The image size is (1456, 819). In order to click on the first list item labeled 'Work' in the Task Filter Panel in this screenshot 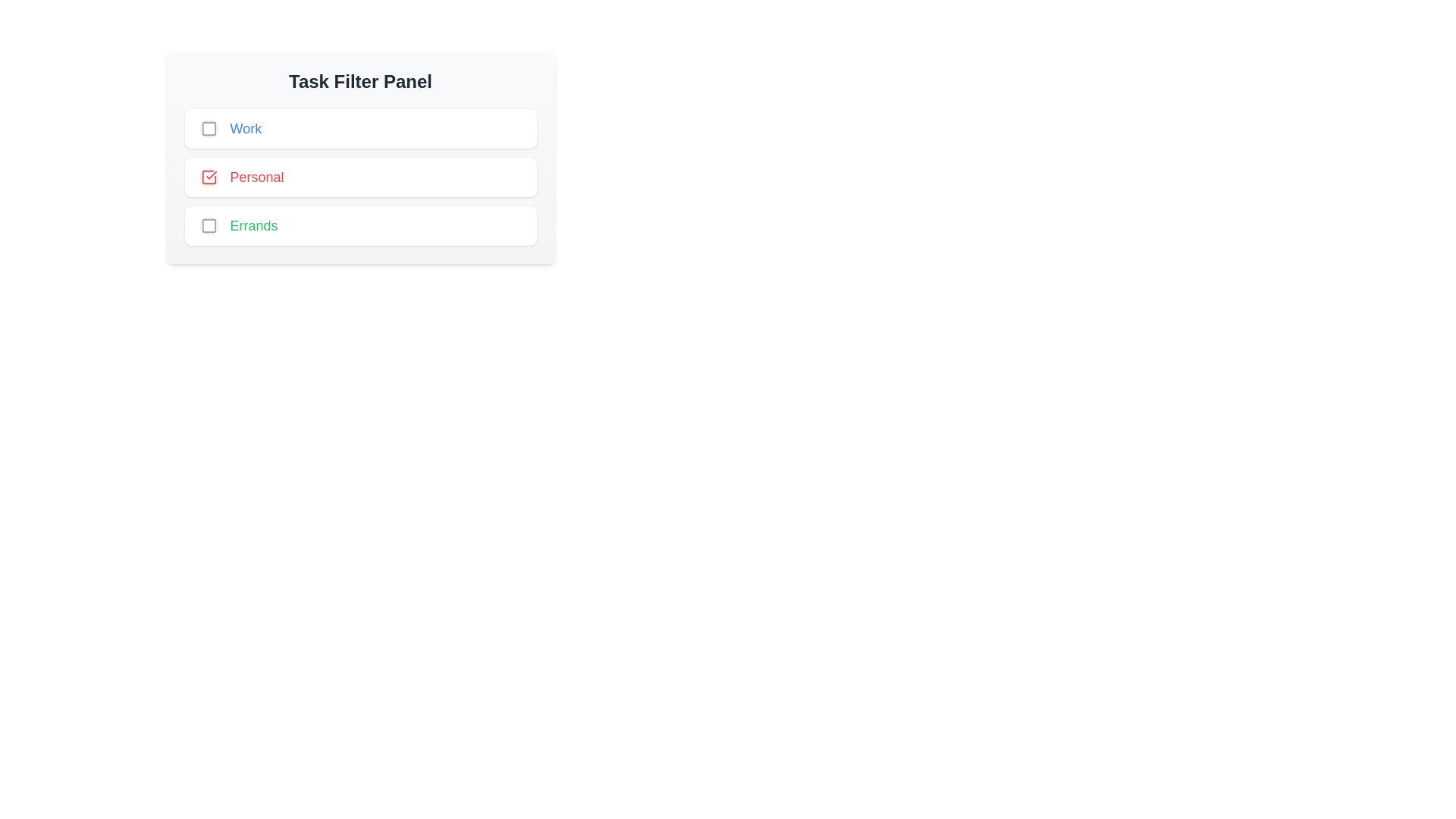, I will do `click(359, 127)`.